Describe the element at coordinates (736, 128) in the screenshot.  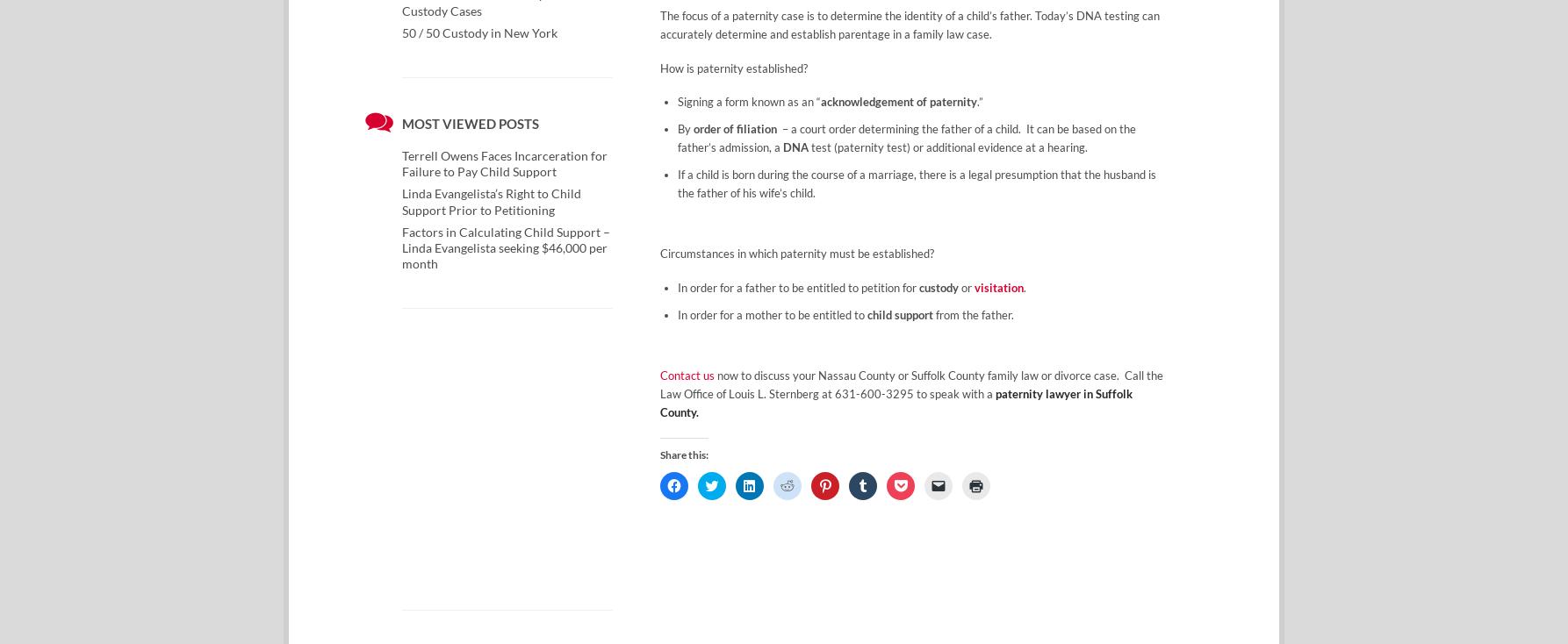
I see `'order of filiation'` at that location.